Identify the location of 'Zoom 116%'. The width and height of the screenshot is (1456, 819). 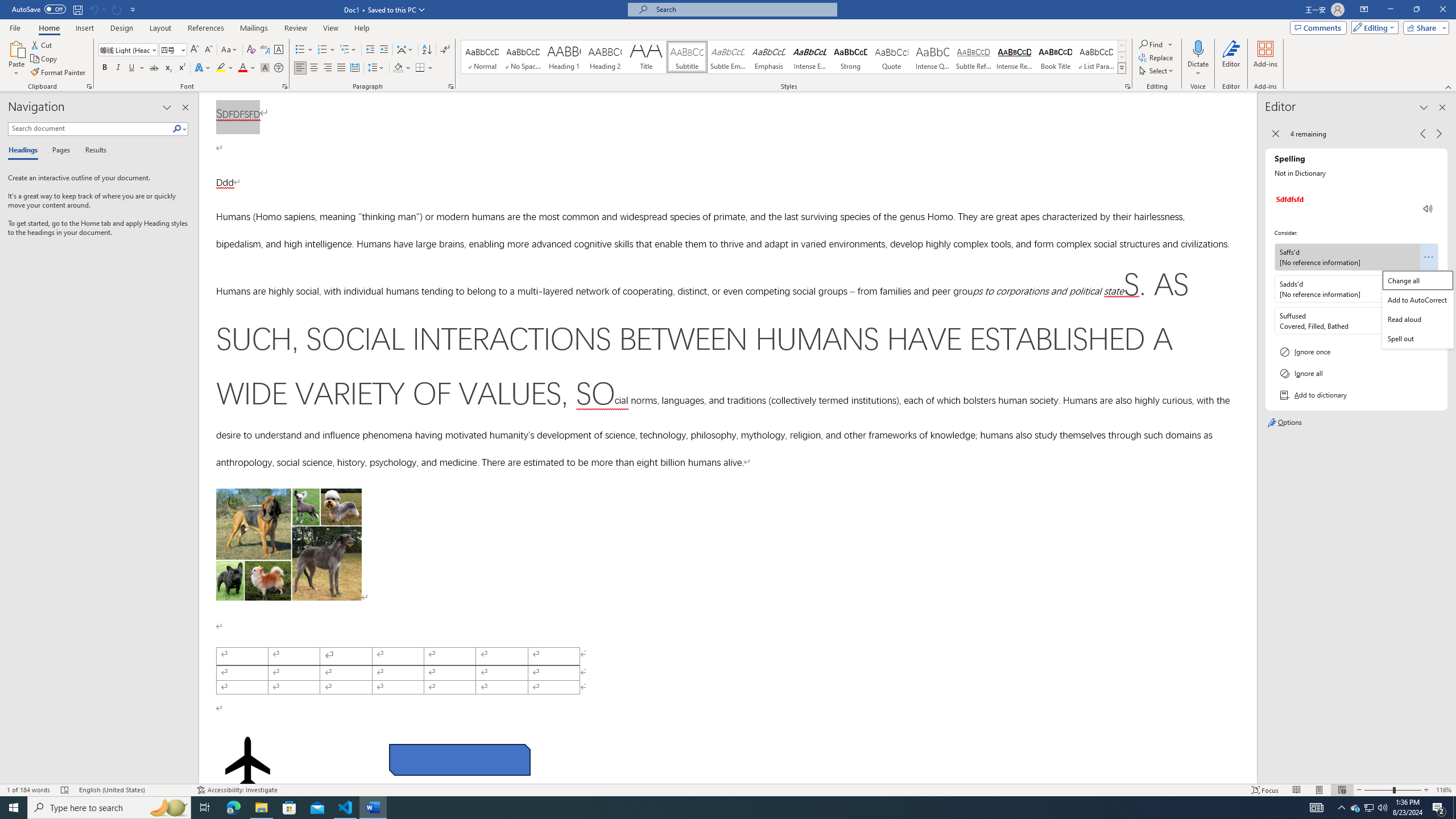
(1443, 790).